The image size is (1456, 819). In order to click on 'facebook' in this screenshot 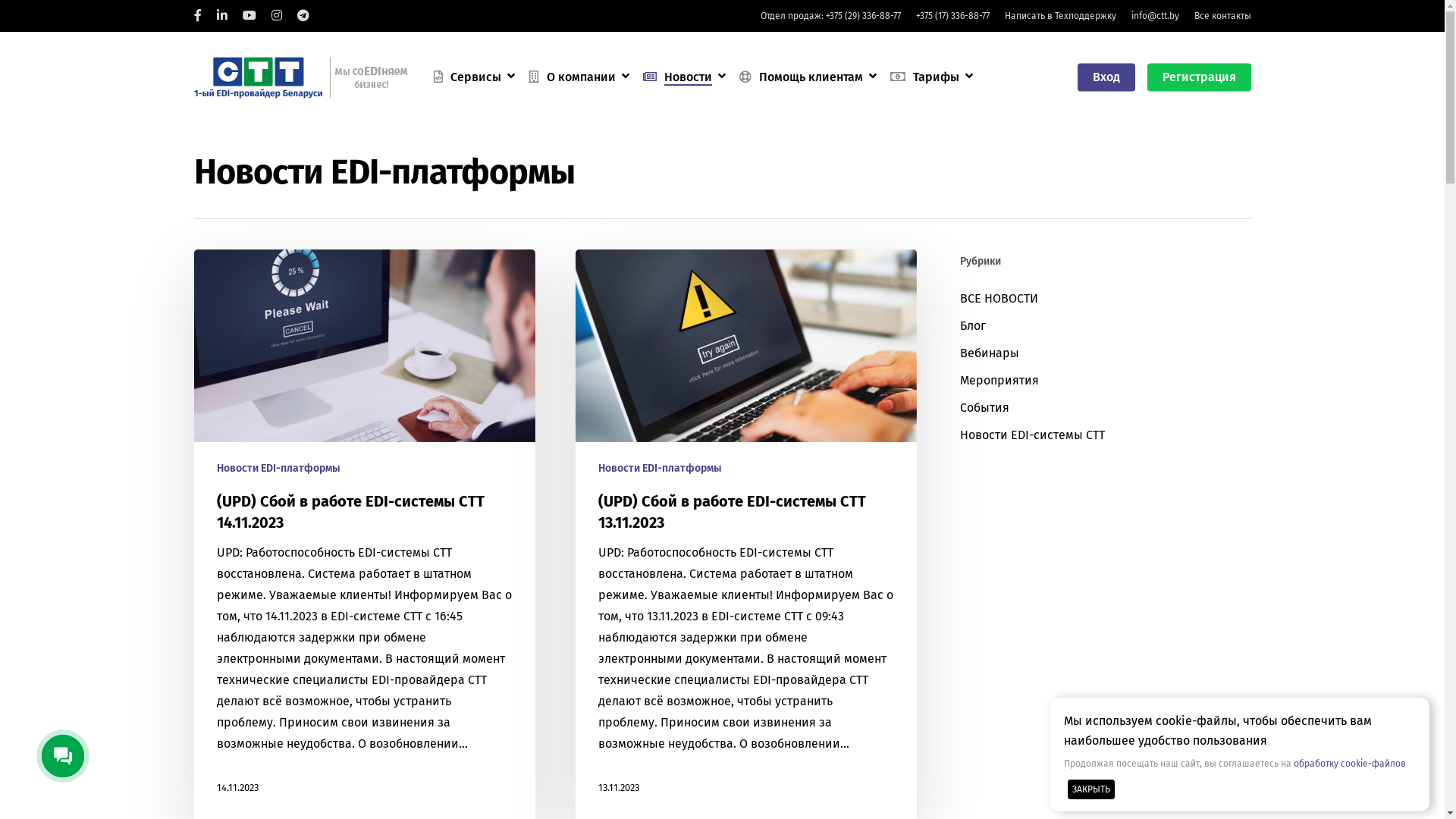, I will do `click(193, 15)`.